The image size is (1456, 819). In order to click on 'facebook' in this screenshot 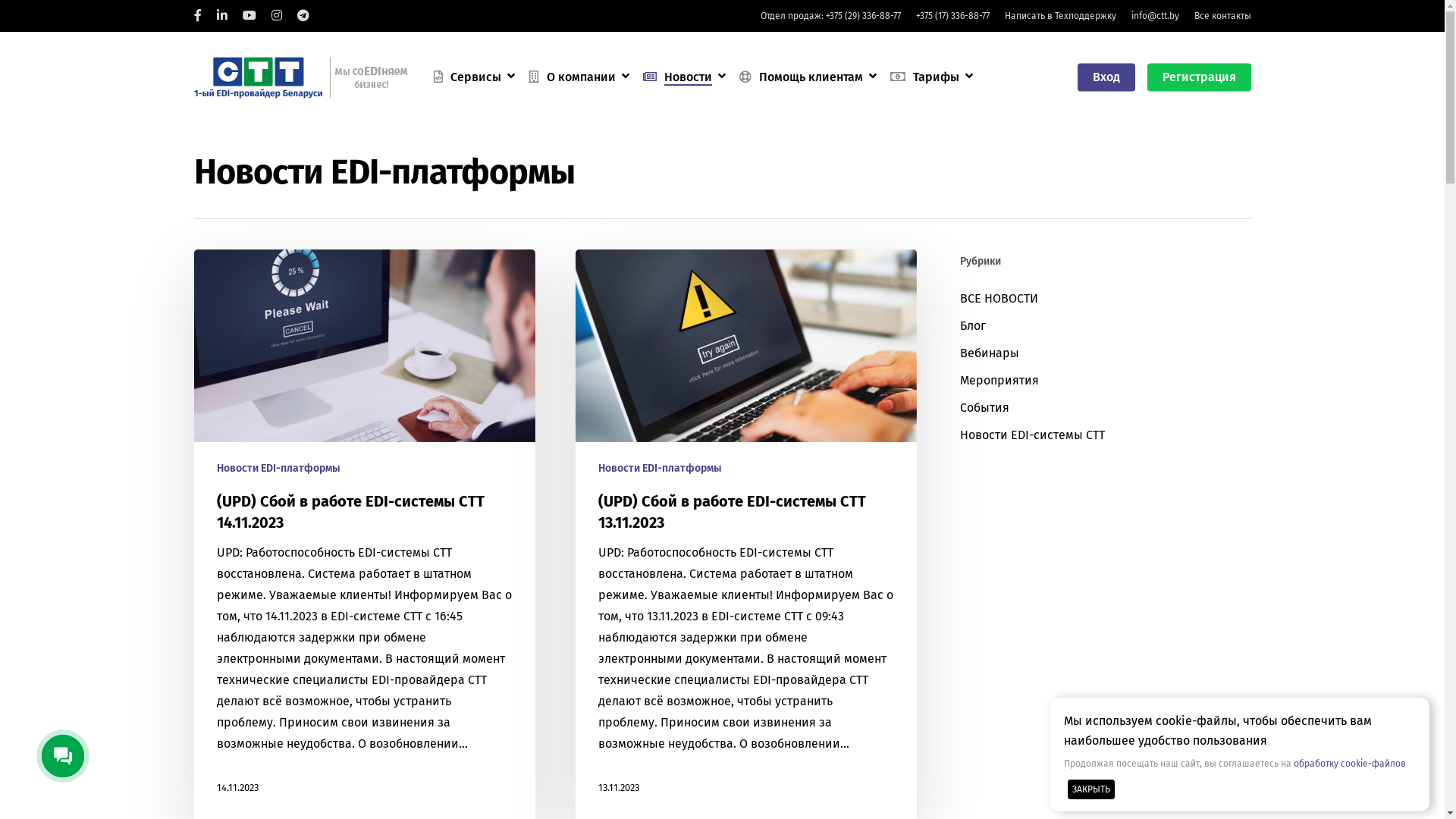, I will do `click(193, 15)`.